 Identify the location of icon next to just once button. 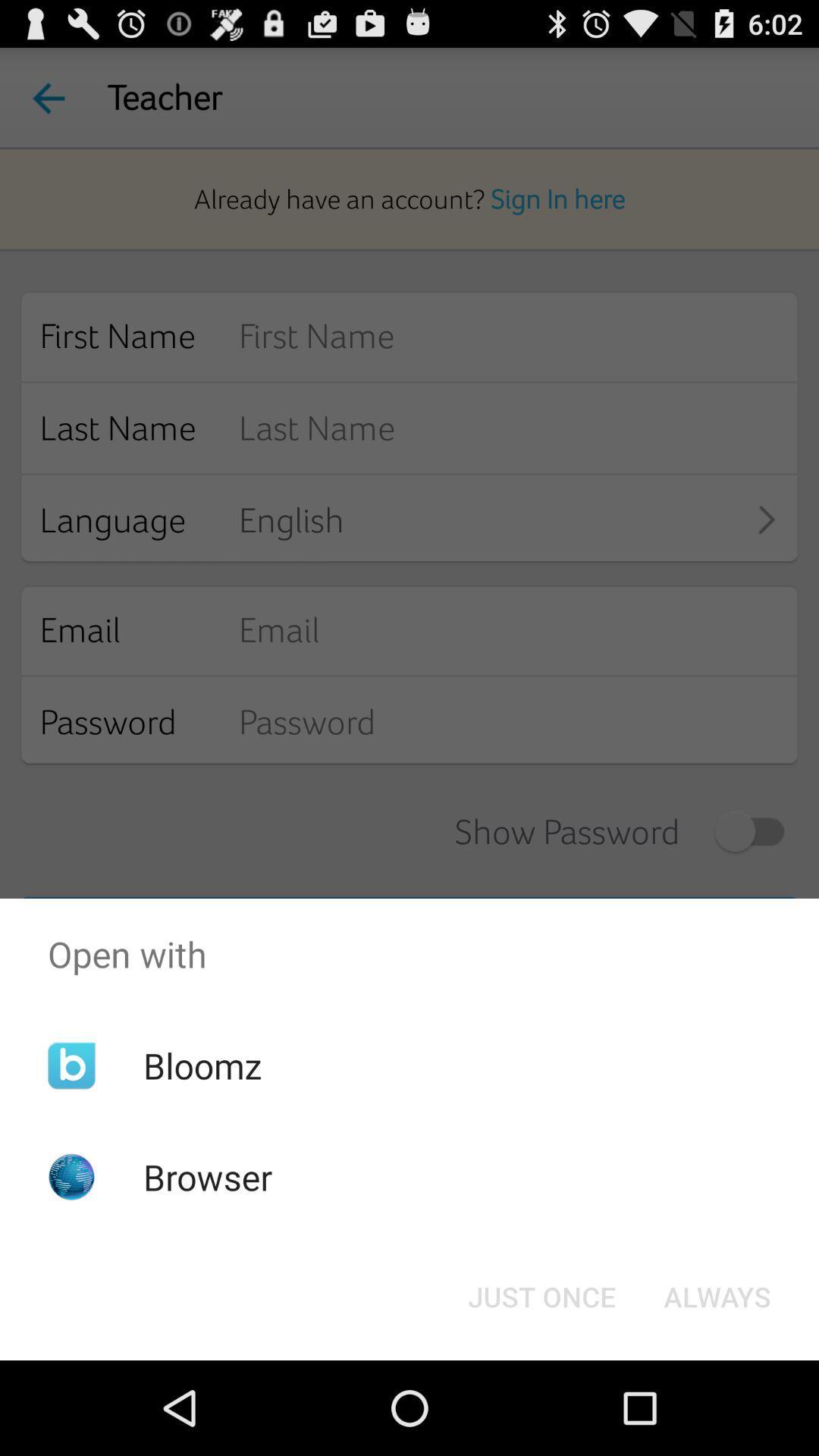
(717, 1295).